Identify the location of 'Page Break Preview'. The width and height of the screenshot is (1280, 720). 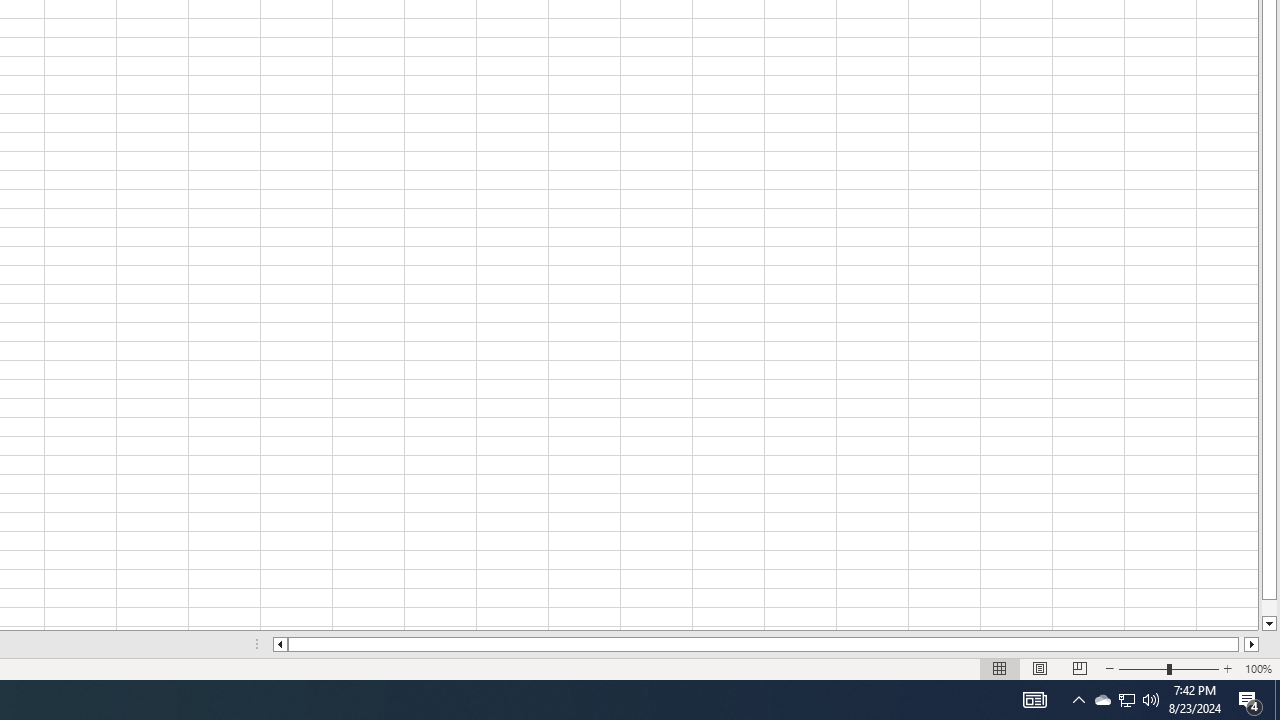
(1078, 669).